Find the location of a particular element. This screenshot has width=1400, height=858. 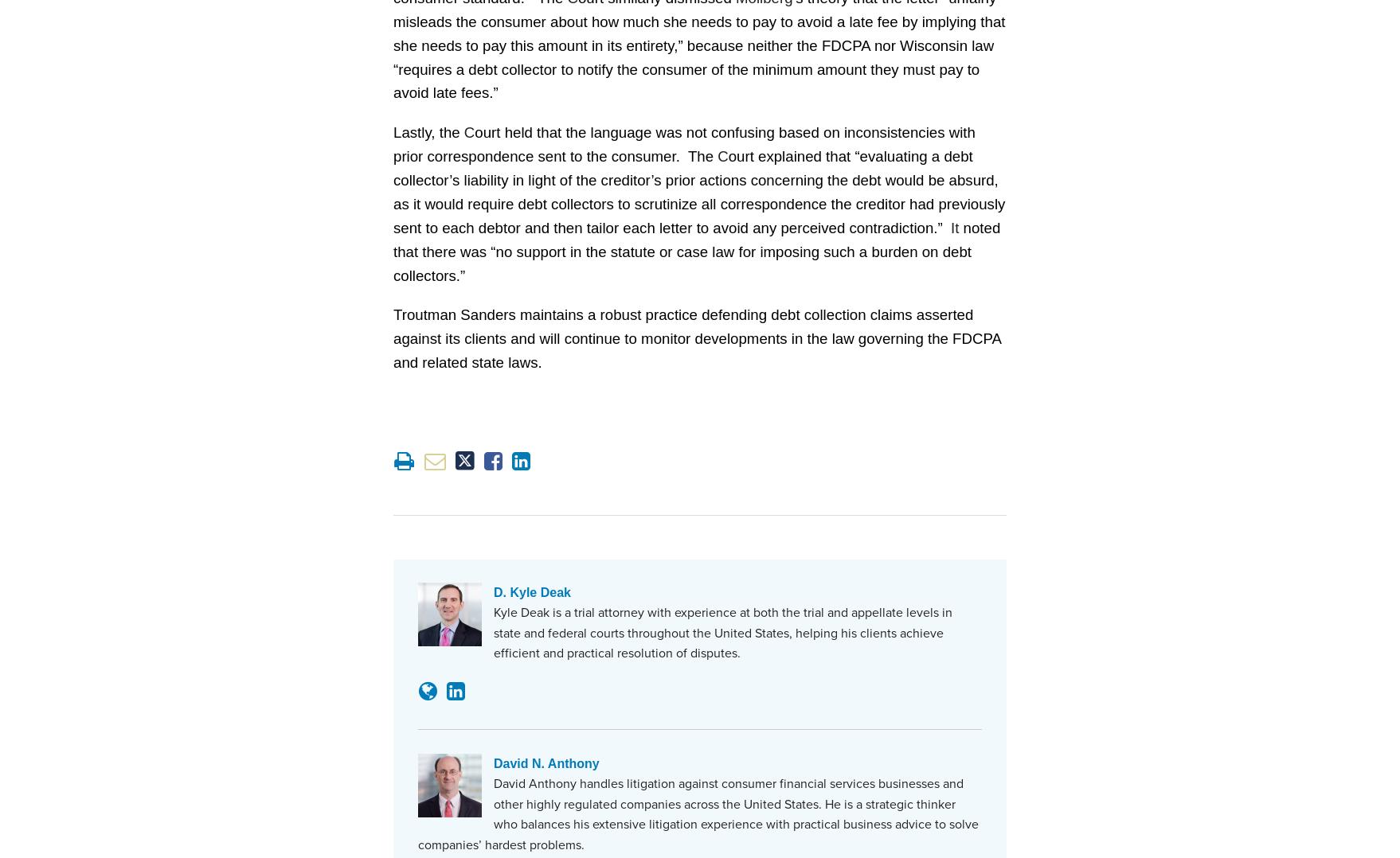

'ourt explained that “evaluating a debt collector’s liability in light of the creditor’s prior actions concerning the debt would be absurd, as it would require debt collectors to scrutinize all correspondence the creditor had previously sent to each debtor and then tailor each letter to avoid any perceived contradiction.”' is located at coordinates (698, 189).